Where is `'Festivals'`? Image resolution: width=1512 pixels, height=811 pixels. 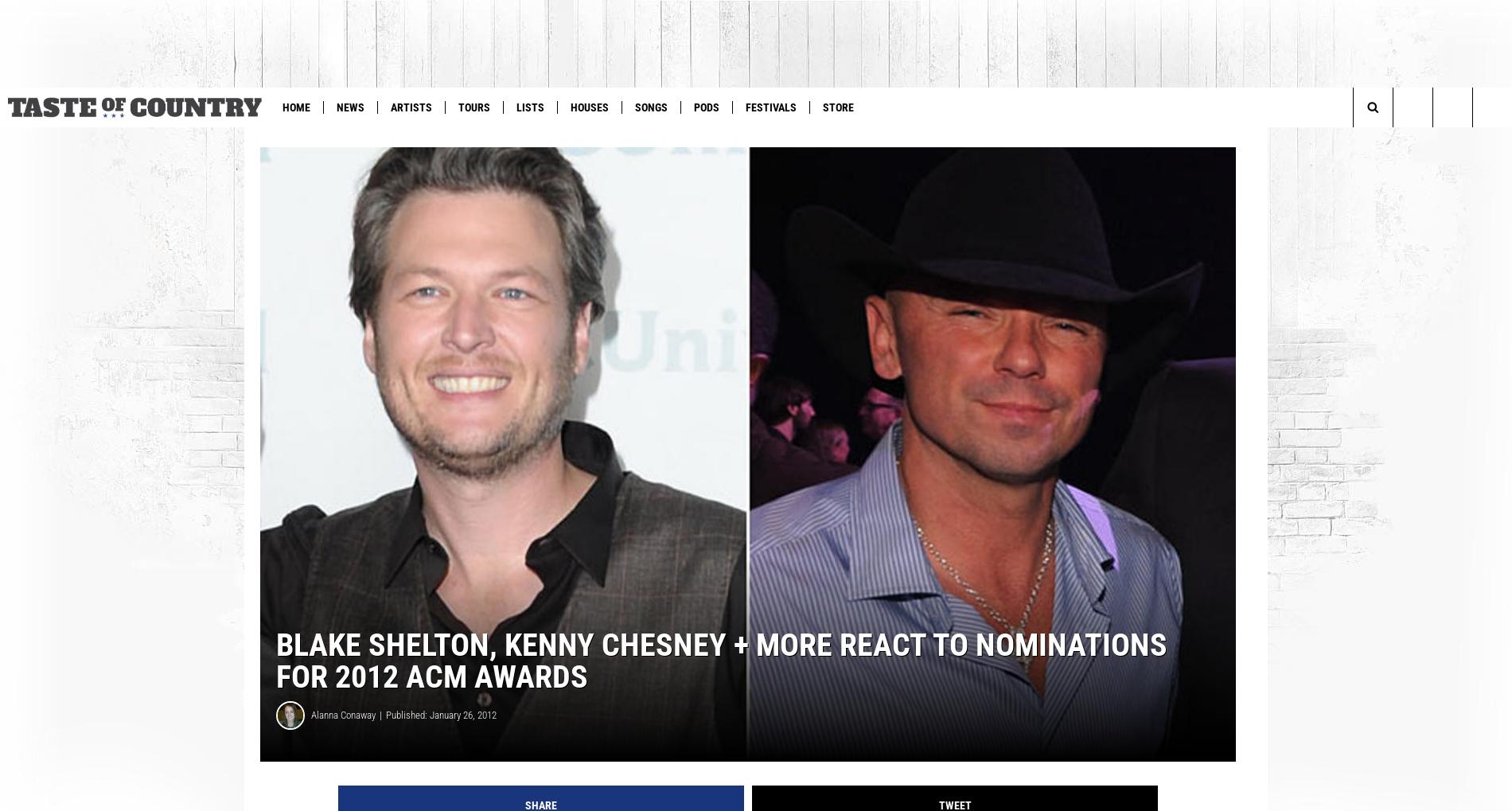
'Festivals' is located at coordinates (771, 107).